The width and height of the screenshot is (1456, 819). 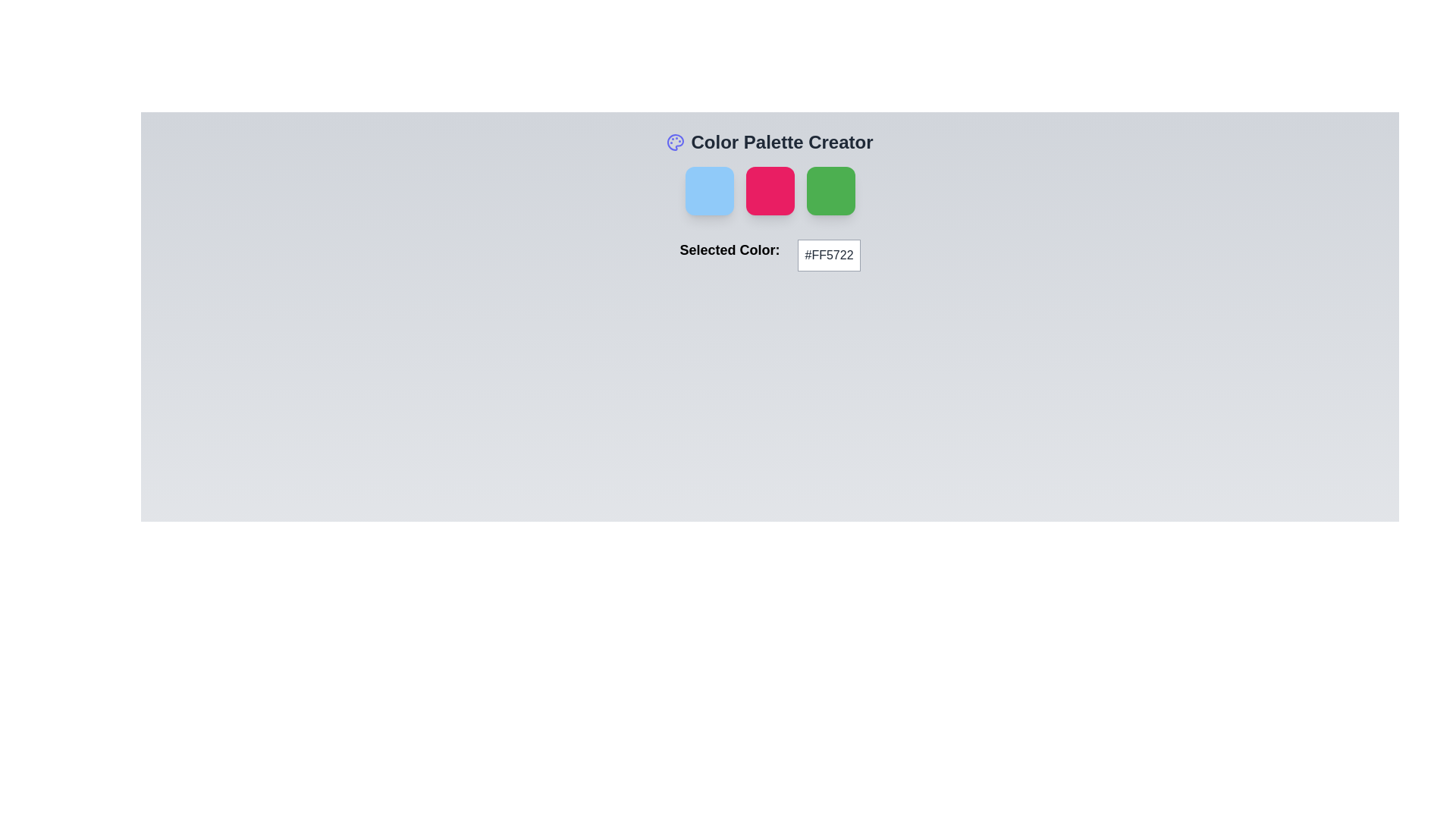 What do you see at coordinates (830, 190) in the screenshot?
I see `the green square button with rounded corners, the third in a horizontal sequence of three buttons` at bounding box center [830, 190].